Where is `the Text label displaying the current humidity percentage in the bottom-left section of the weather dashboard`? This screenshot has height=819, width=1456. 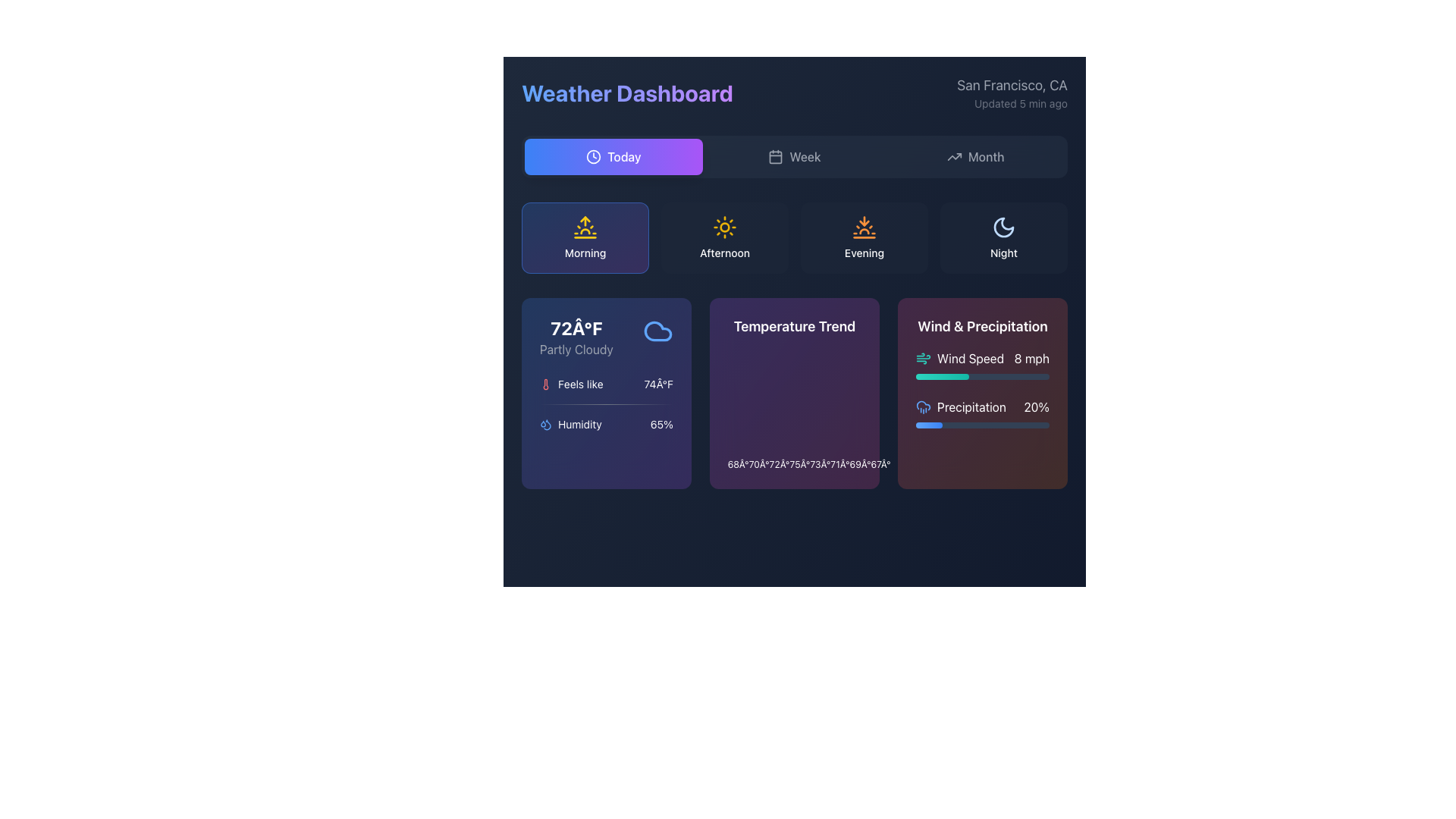 the Text label displaying the current humidity percentage in the bottom-left section of the weather dashboard is located at coordinates (662, 424).